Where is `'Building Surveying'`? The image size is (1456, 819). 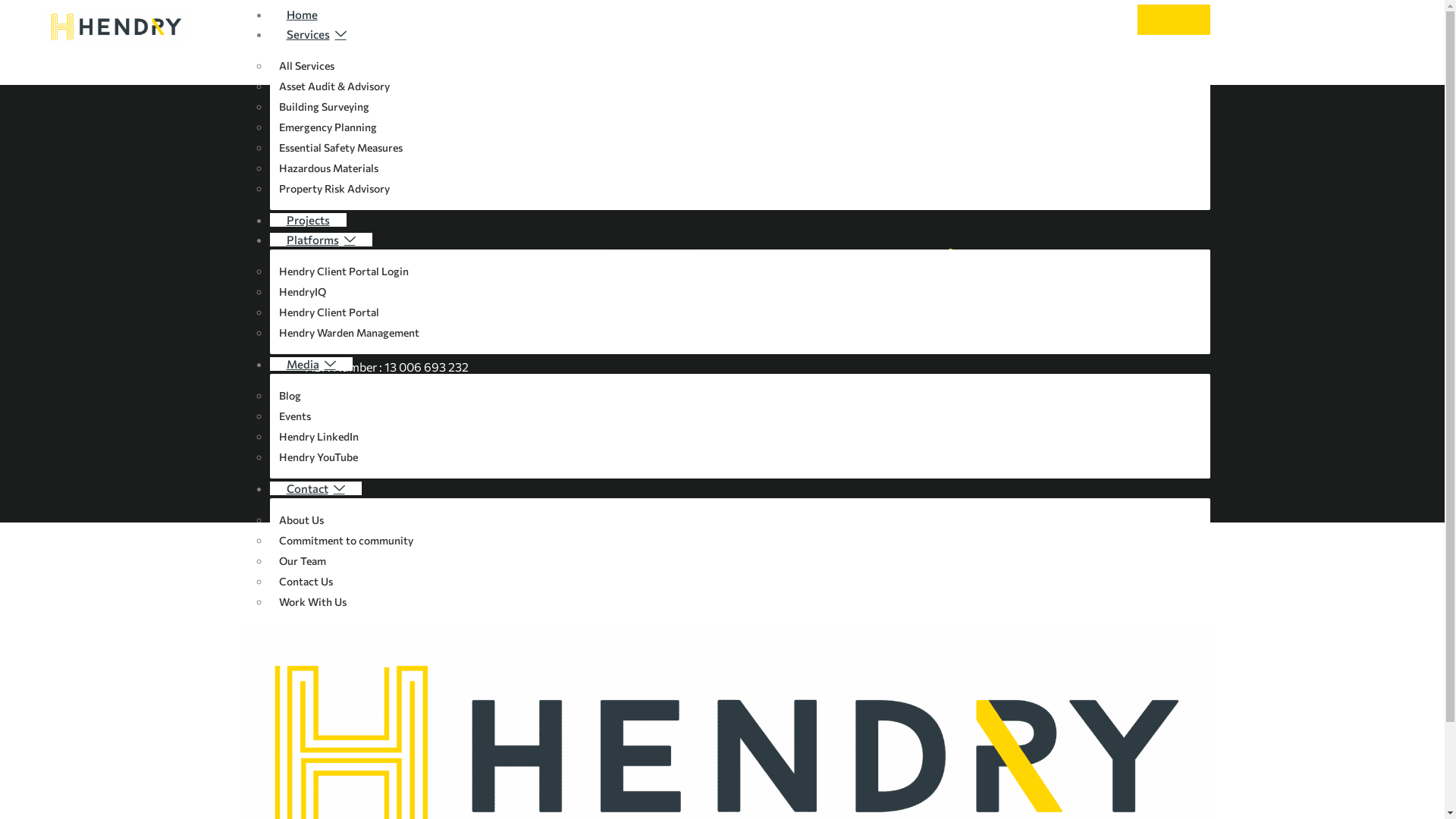 'Building Surveying' is located at coordinates (323, 105).